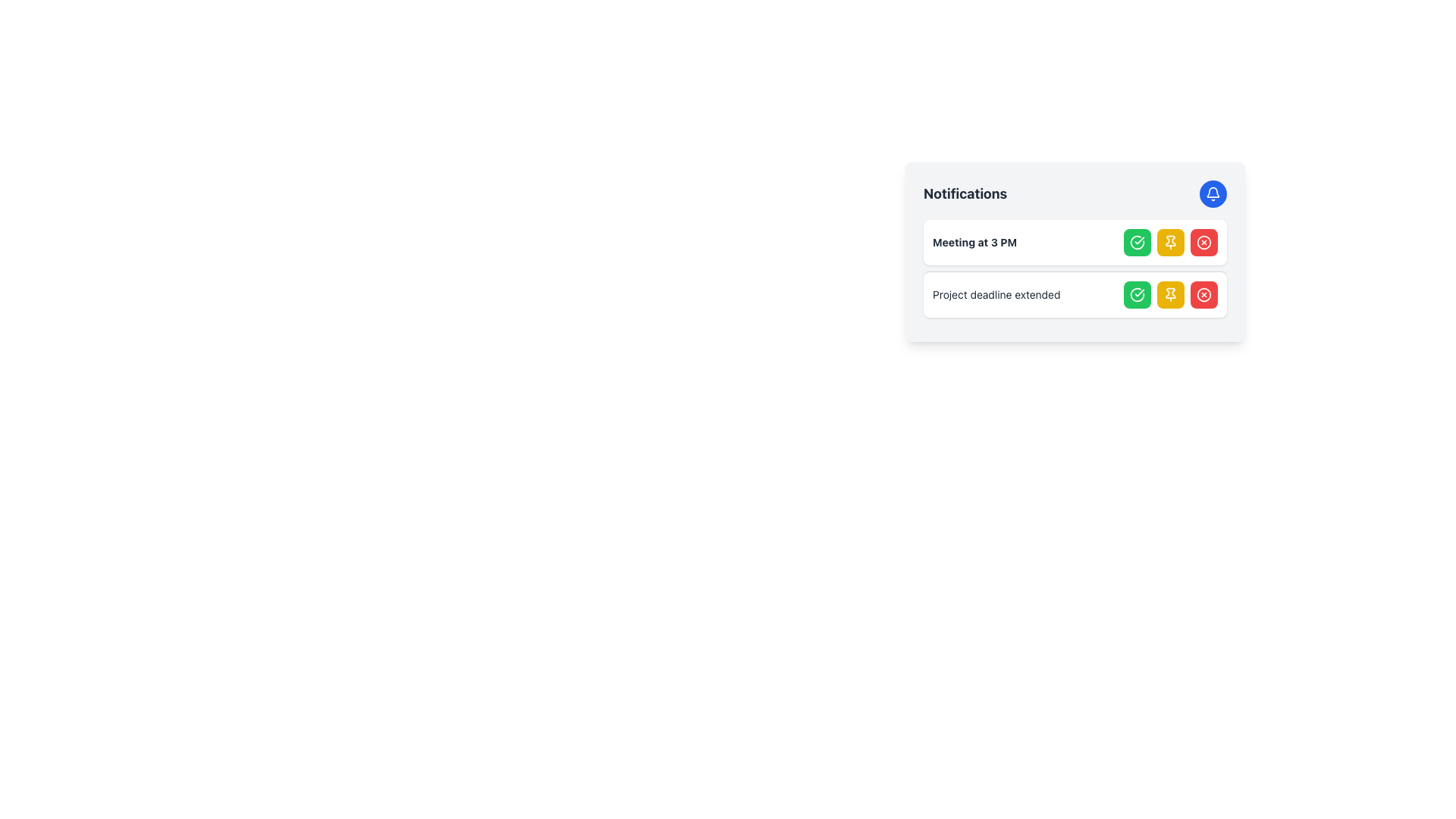 This screenshot has height=819, width=1456. What do you see at coordinates (1170, 239) in the screenshot?
I see `the yellow pin-shaped SVG icon located to the right of the text 'Meeting at 3 PM' within the notifications panel to pin the notification` at bounding box center [1170, 239].